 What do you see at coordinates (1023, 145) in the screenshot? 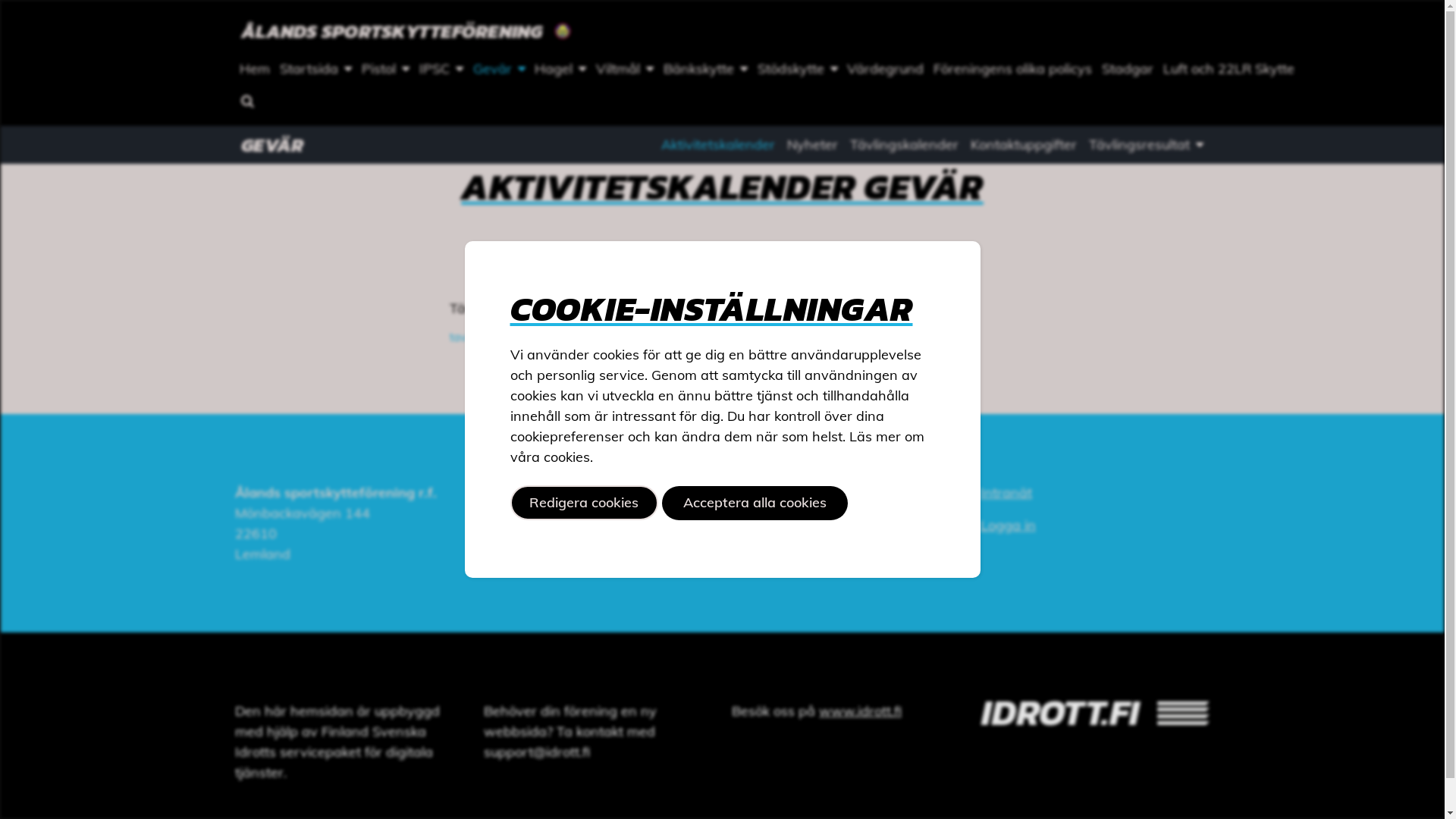
I see `'Kontaktuppgifter'` at bounding box center [1023, 145].